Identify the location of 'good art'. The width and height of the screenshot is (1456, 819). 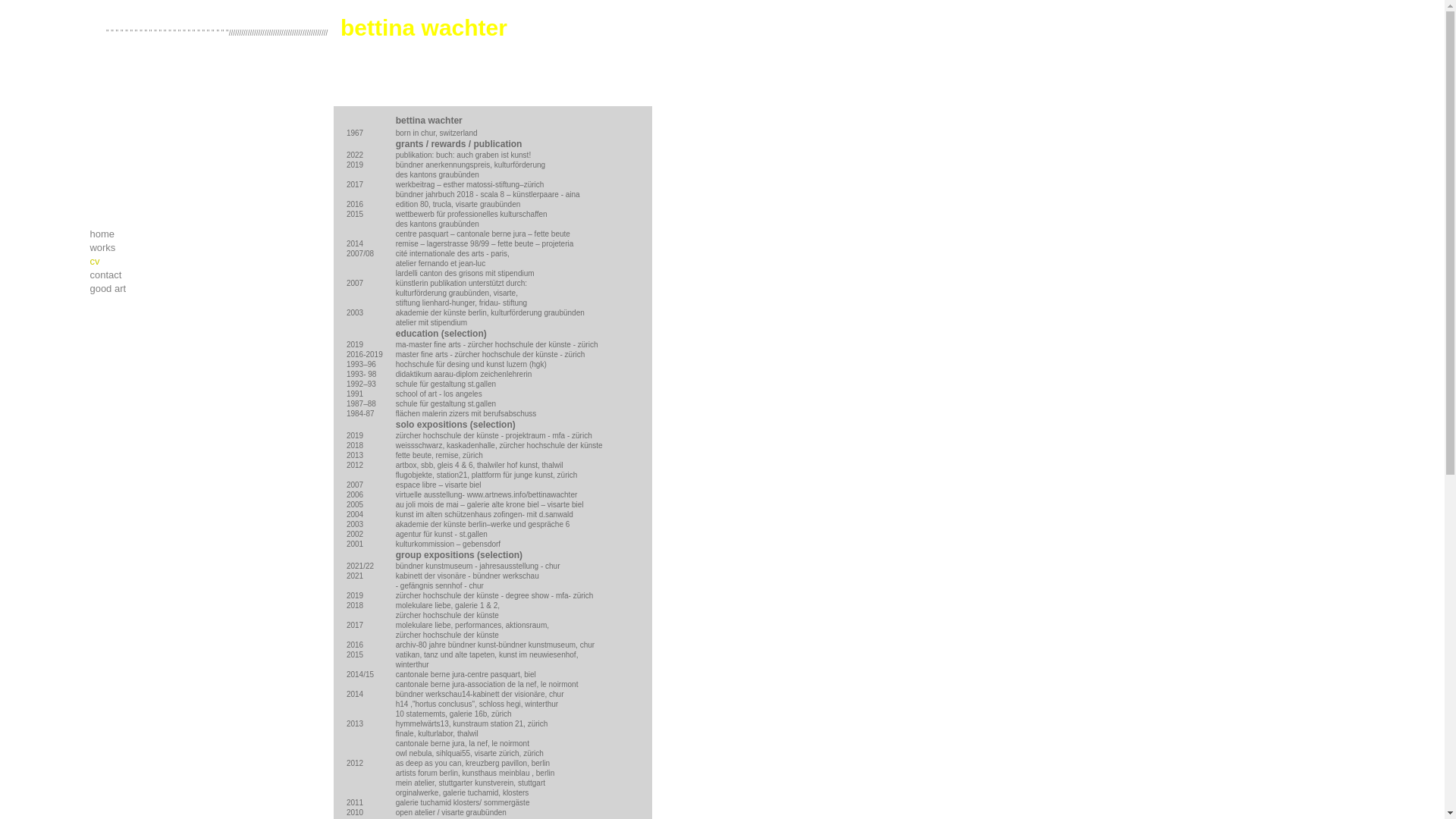
(158, 289).